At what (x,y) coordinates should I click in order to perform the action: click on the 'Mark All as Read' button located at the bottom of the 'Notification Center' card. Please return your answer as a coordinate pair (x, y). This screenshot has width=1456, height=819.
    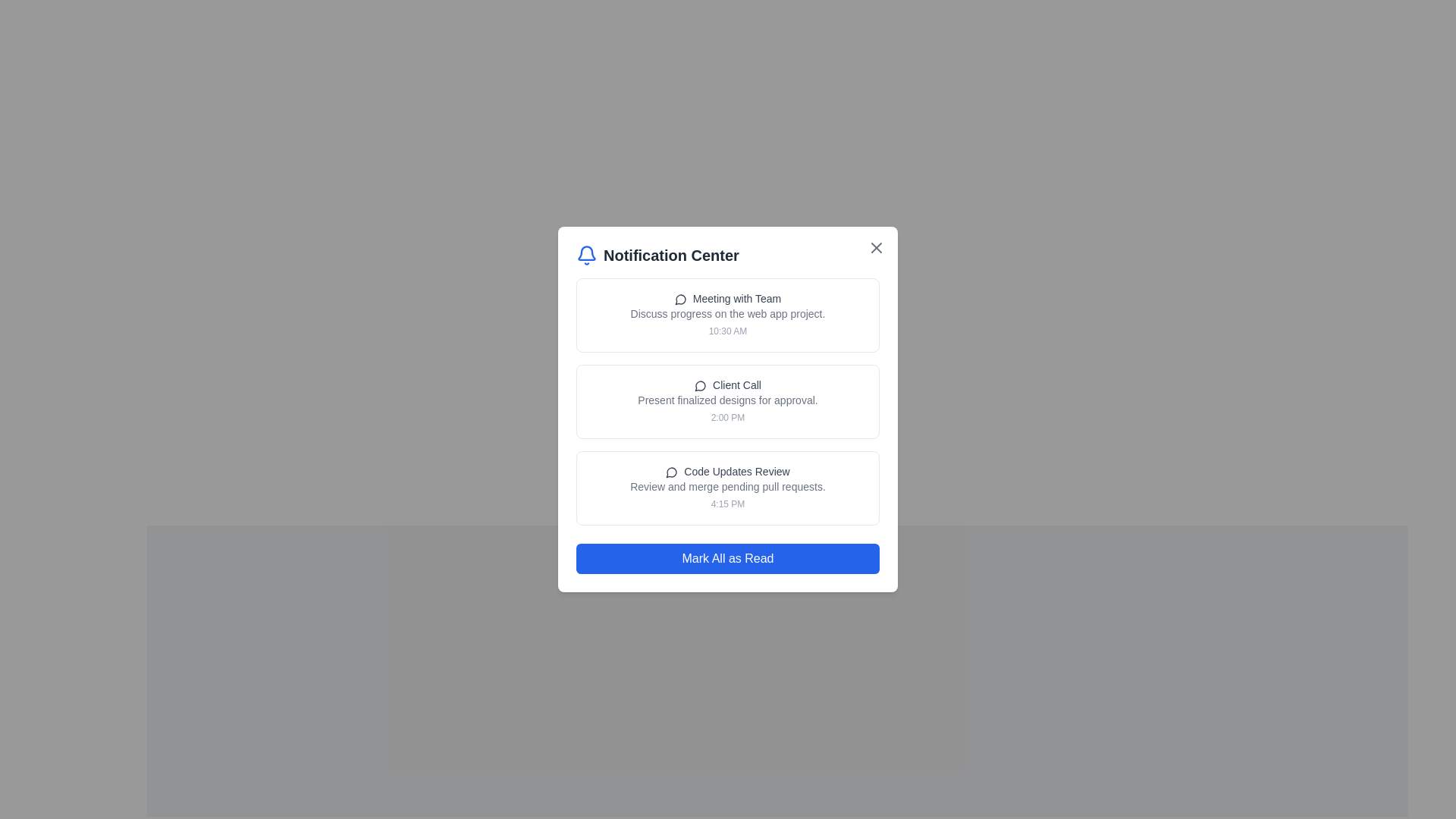
    Looking at the image, I should click on (728, 558).